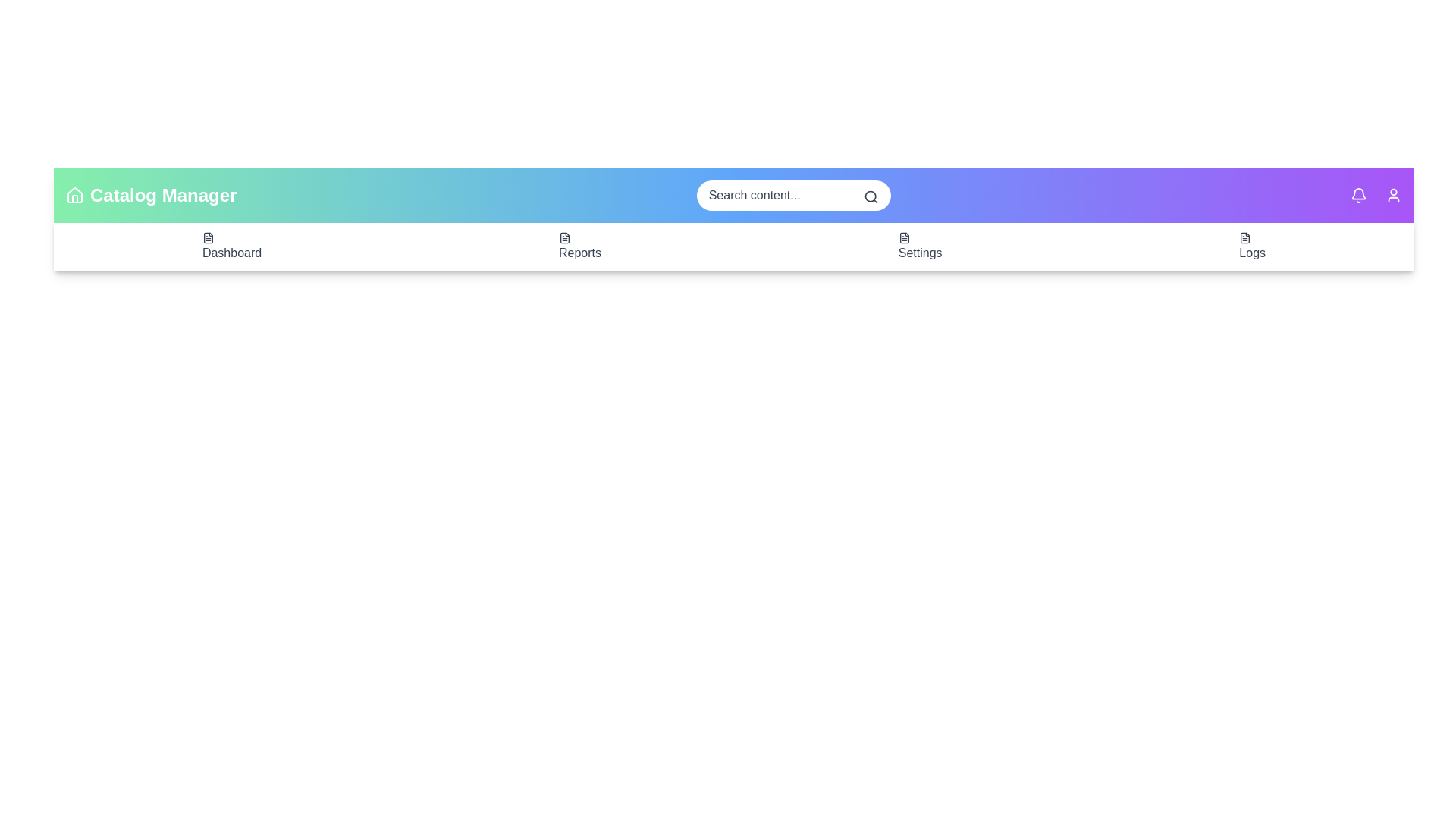  What do you see at coordinates (231, 246) in the screenshot?
I see `the 'Dashboard' menu item to navigate to the dashboard` at bounding box center [231, 246].